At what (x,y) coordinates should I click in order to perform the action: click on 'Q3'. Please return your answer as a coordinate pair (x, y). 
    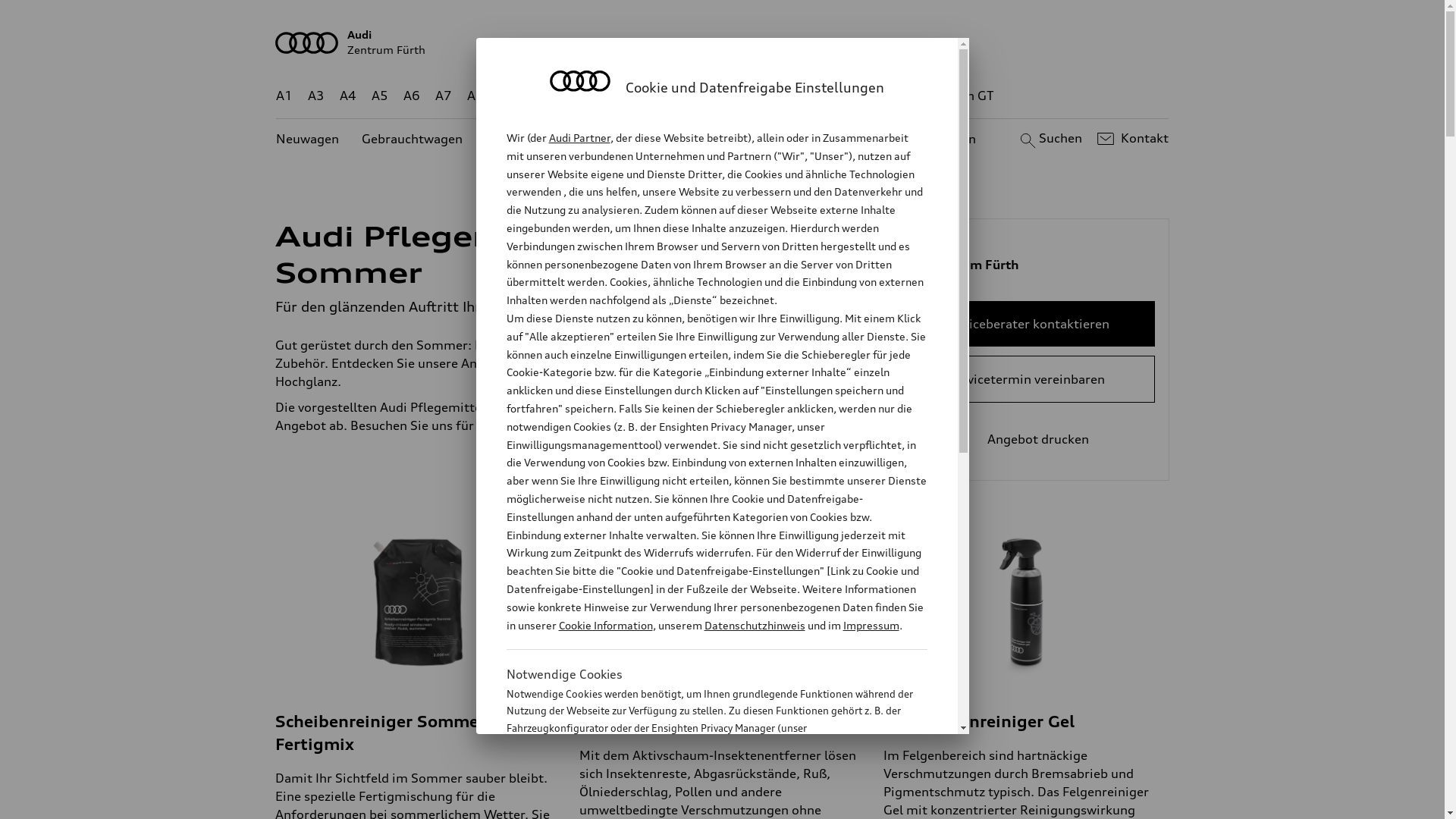
    Looking at the image, I should click on (540, 96).